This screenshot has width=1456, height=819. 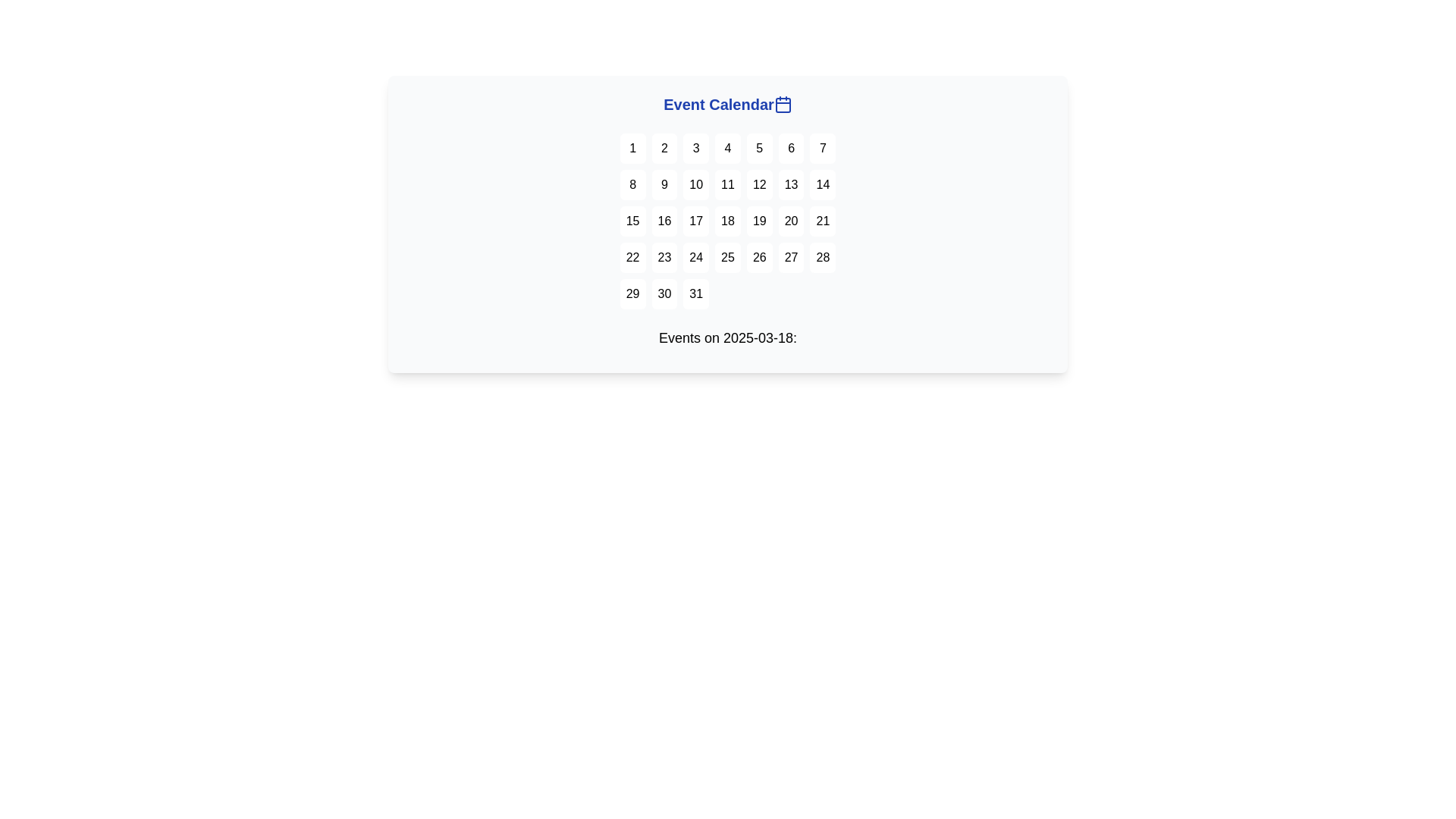 What do you see at coordinates (790, 149) in the screenshot?
I see `the calendar day button located in the sixth position of the first row` at bounding box center [790, 149].